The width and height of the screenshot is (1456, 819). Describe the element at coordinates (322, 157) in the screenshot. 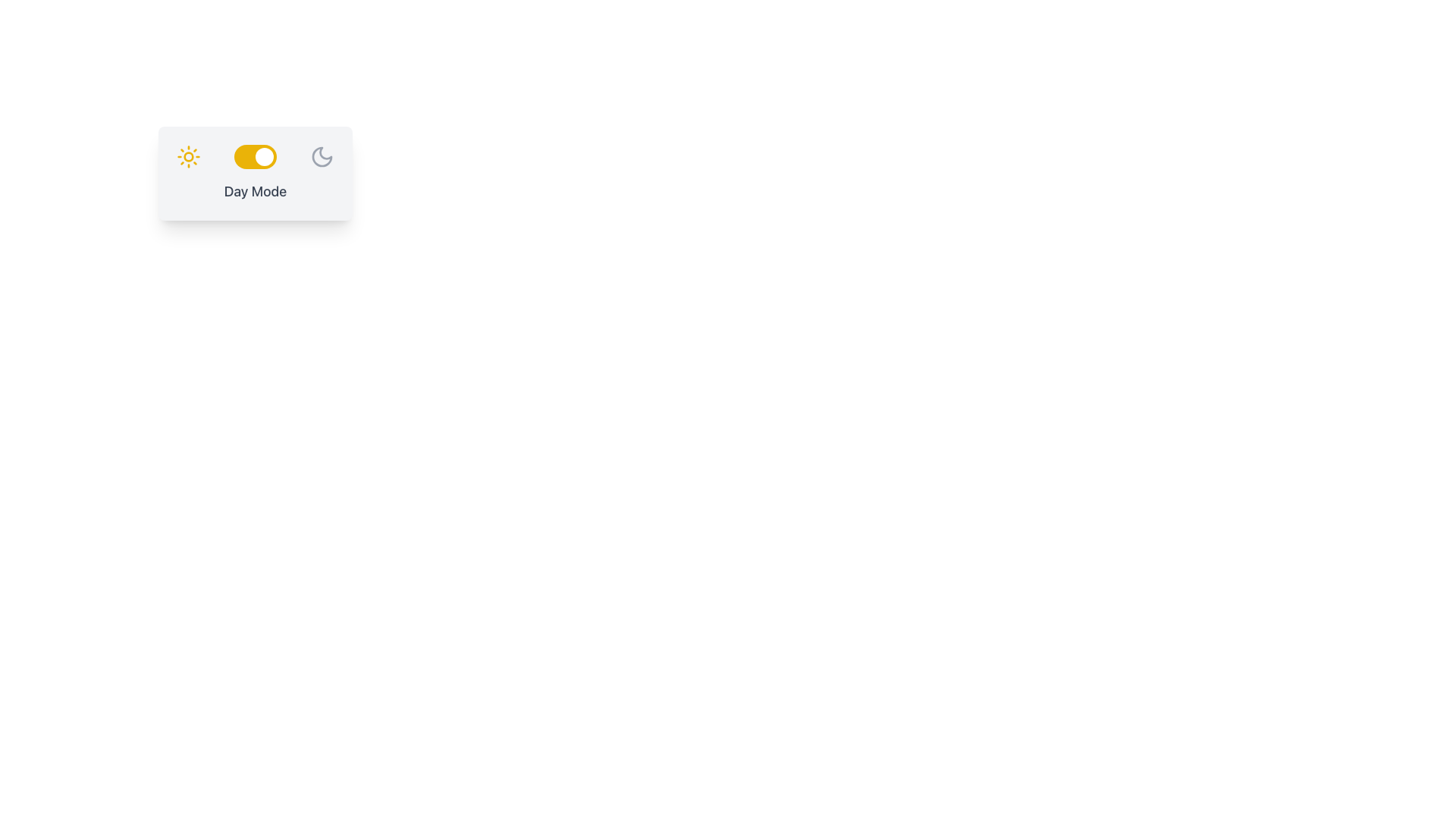

I see `the moon-shaped icon with a gray outline located on the far right of a group containing a sun icon and a toggle switch` at that location.